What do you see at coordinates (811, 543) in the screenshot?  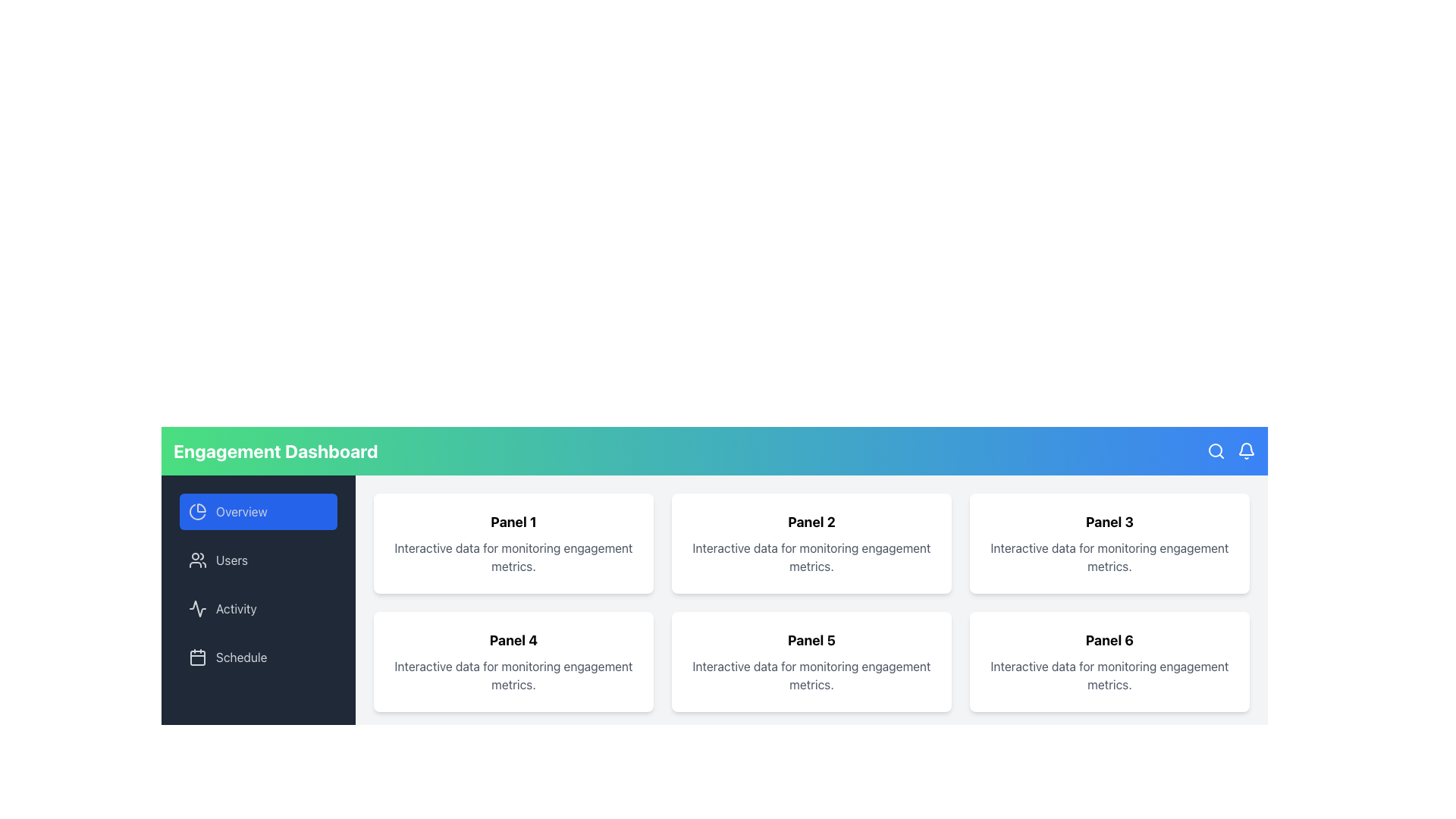 I see `information contained in the white rectangular Informational card titled 'Panel 2' that displays engagement metrics` at bounding box center [811, 543].